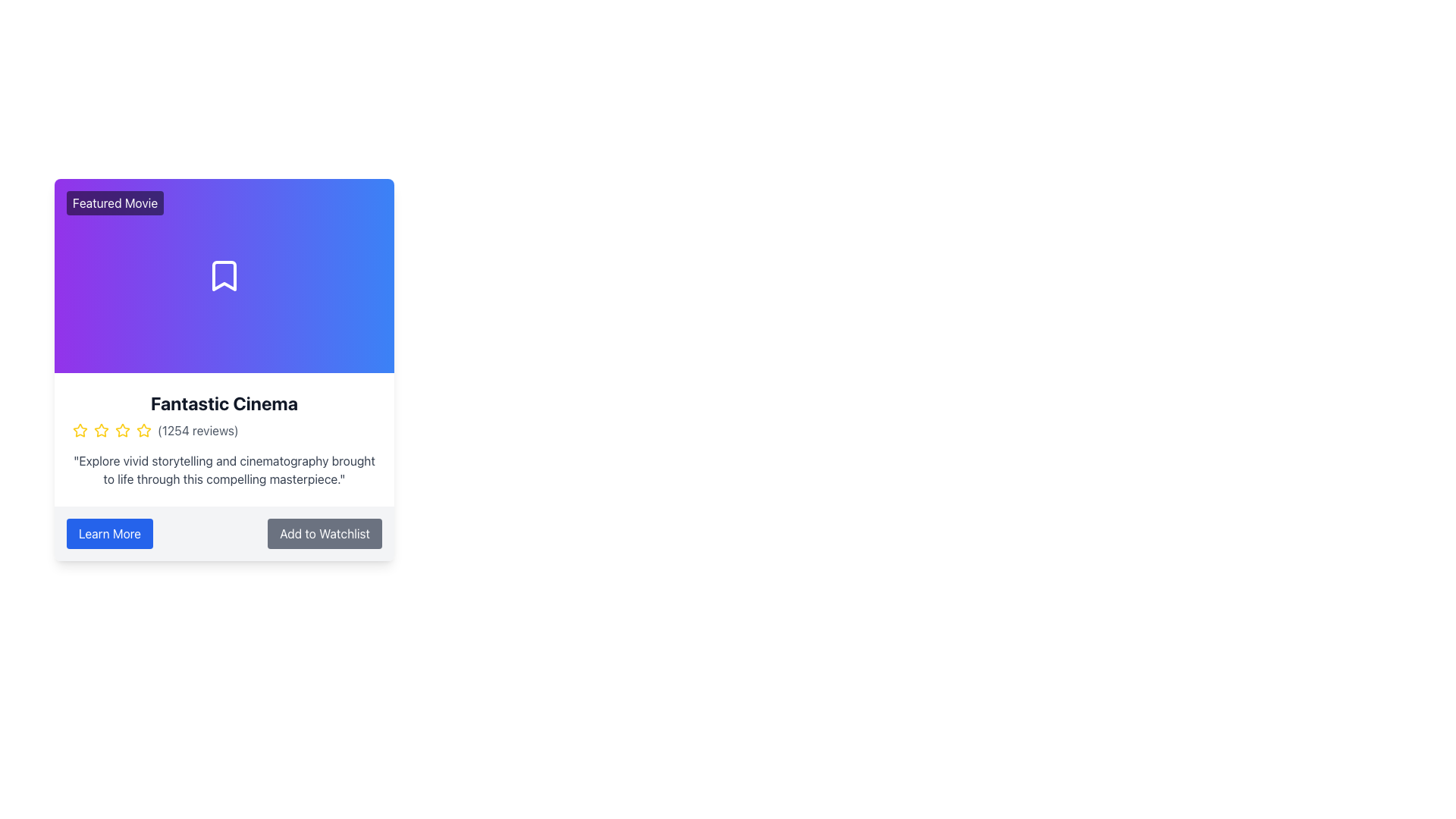  Describe the element at coordinates (79, 430) in the screenshot. I see `the second star-shaped rating icon with a yellow outline located in the rating section below the 'Fantastic Cinema' title to change the rating` at that location.